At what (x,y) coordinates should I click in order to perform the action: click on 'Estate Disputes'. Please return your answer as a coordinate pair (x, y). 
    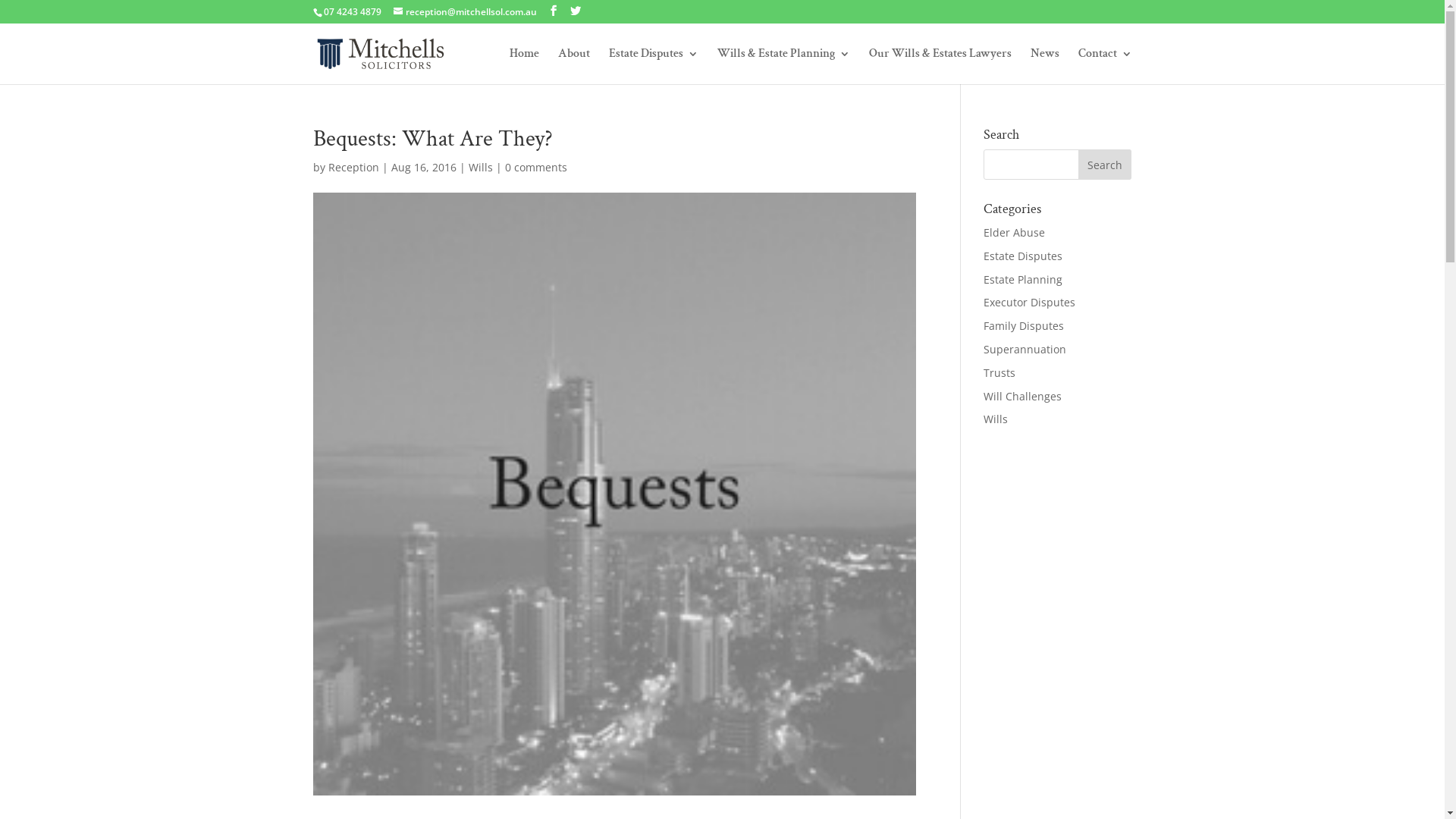
    Looking at the image, I should click on (652, 65).